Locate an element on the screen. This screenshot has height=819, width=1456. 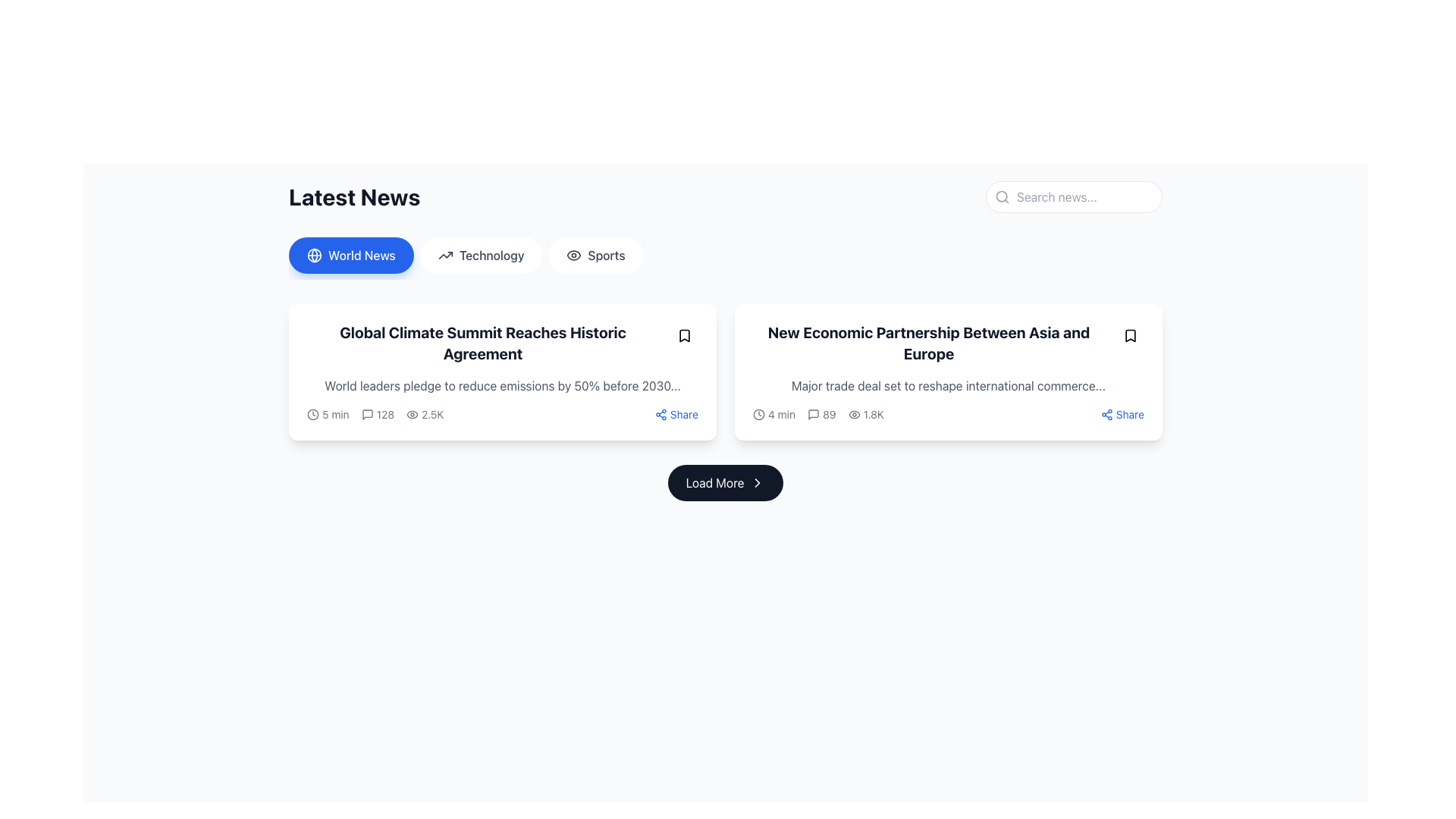
the eye-shaped icon located to the left of the '2.5K' text, which represents visibility or views is located at coordinates (413, 415).